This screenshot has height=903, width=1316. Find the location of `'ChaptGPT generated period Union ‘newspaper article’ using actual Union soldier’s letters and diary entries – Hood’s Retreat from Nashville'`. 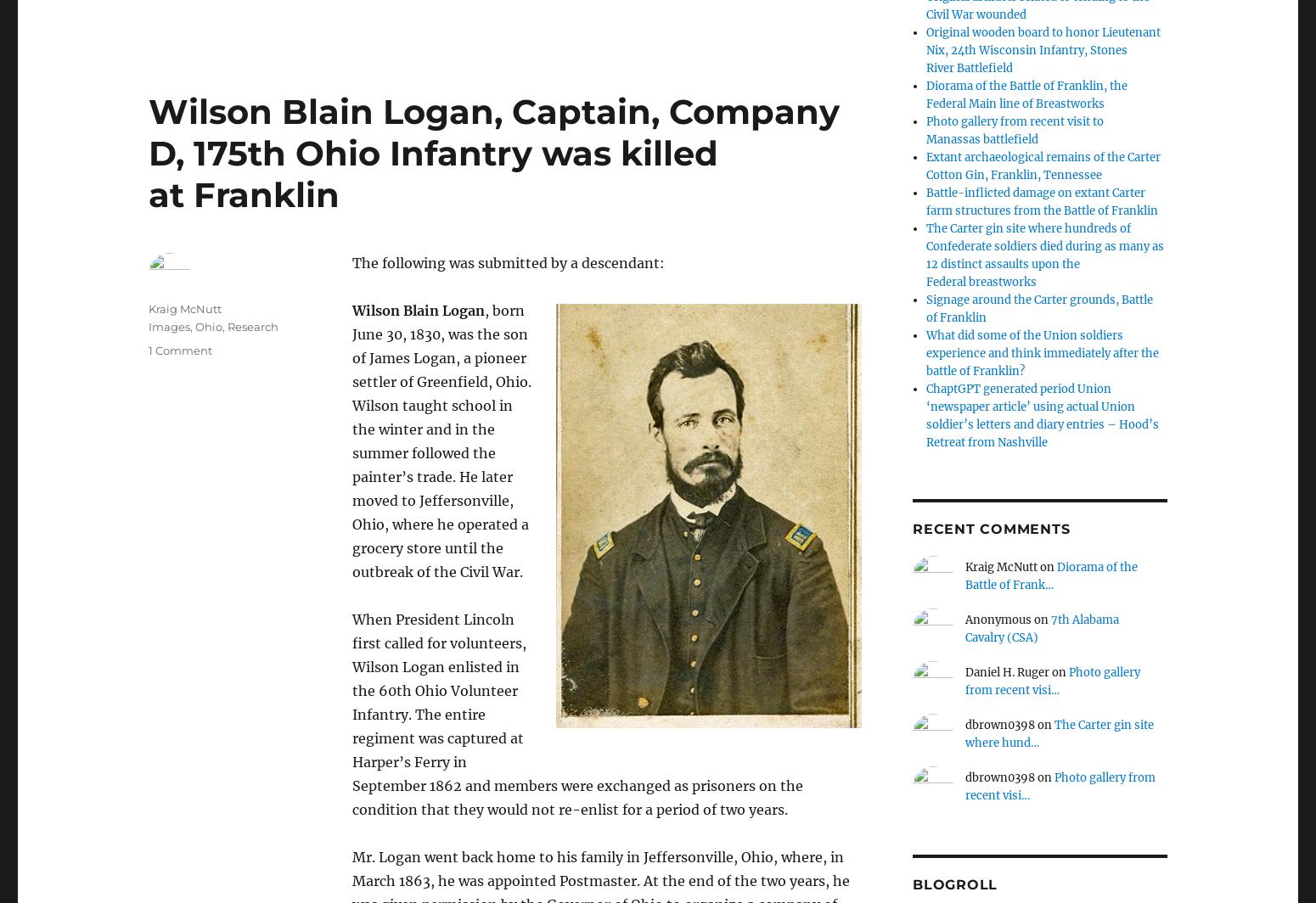

'ChaptGPT generated period Union ‘newspaper article’ using actual Union soldier’s letters and diary entries – Hood’s Retreat from Nashville' is located at coordinates (925, 415).